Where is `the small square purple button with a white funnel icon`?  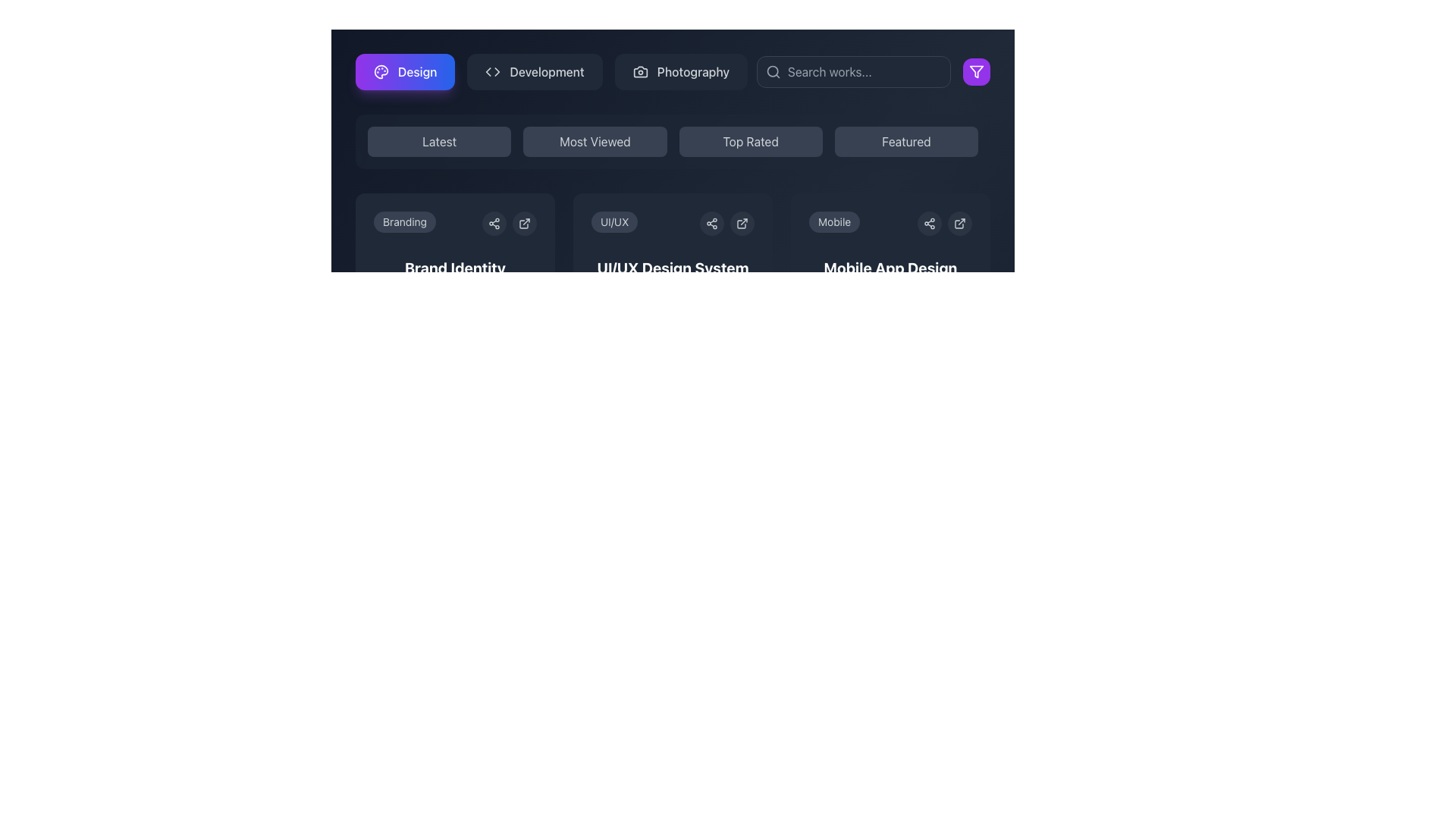 the small square purple button with a white funnel icon is located at coordinates (976, 72).